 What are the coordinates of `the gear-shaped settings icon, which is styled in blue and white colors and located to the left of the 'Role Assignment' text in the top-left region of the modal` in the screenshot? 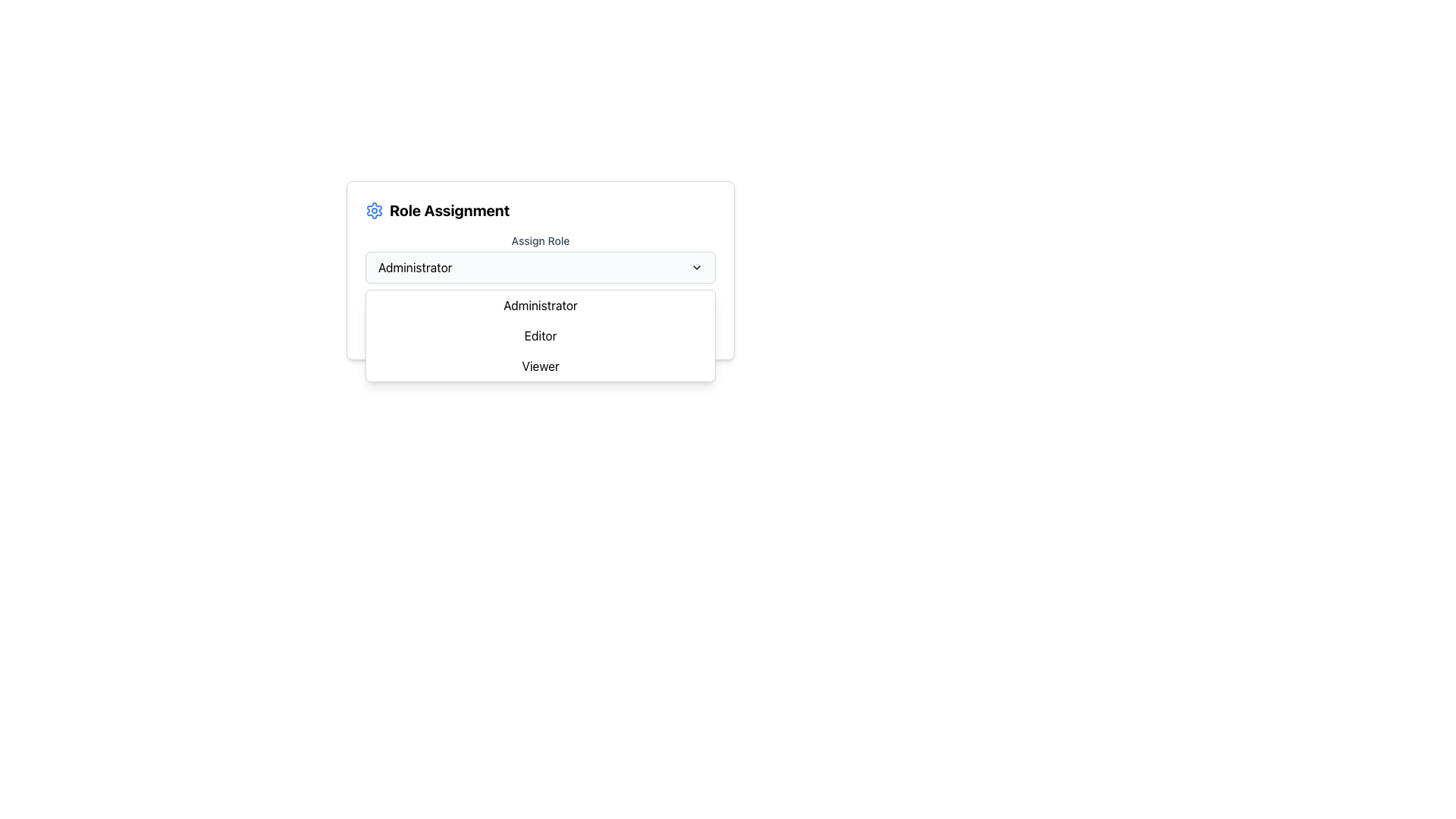 It's located at (375, 210).